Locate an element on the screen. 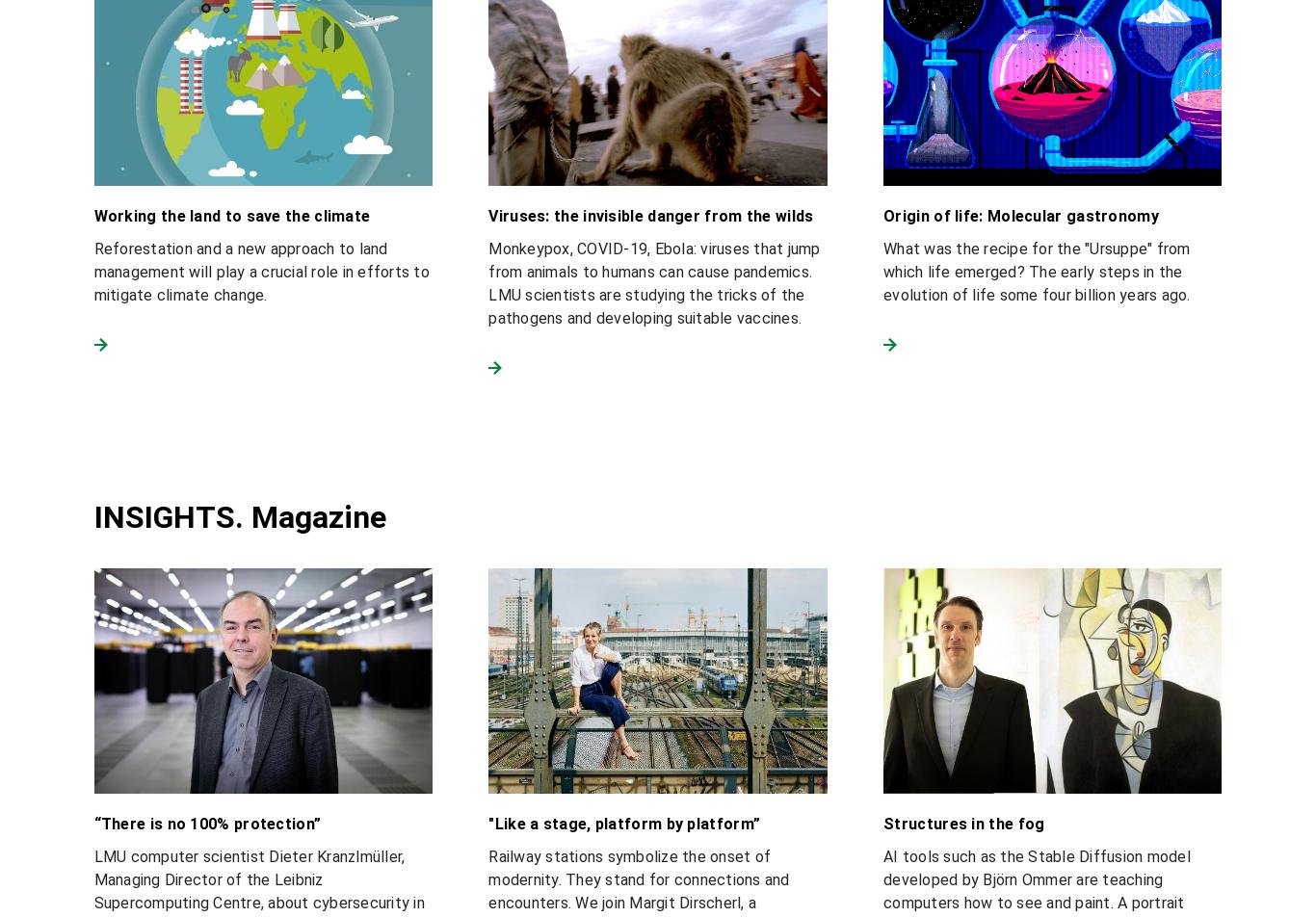  'Reforestation and a new approach to land management will play a crucial role in efforts to mitigate climate change.' is located at coordinates (261, 271).